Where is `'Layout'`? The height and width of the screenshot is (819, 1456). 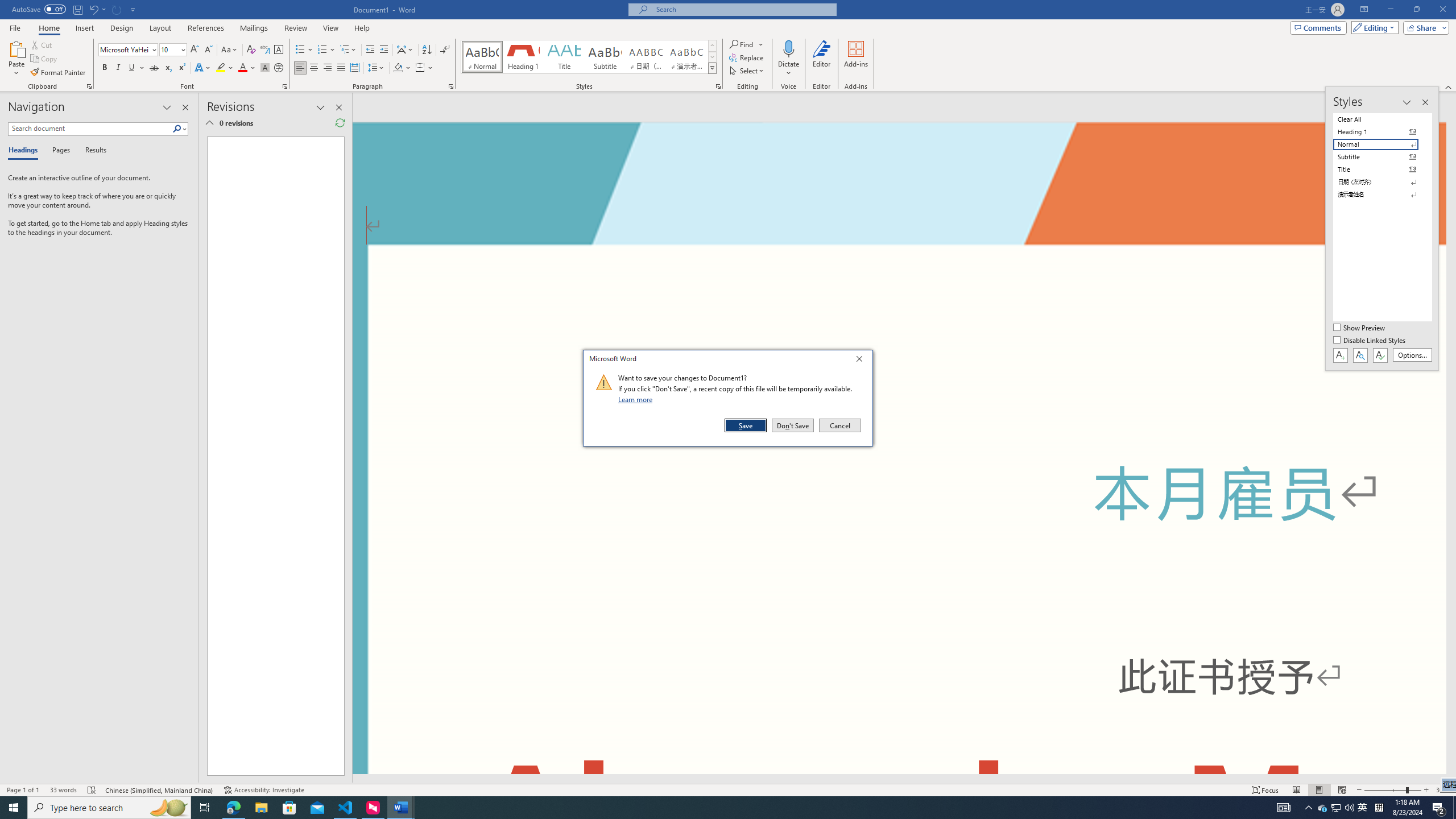
'Layout' is located at coordinates (160, 28).